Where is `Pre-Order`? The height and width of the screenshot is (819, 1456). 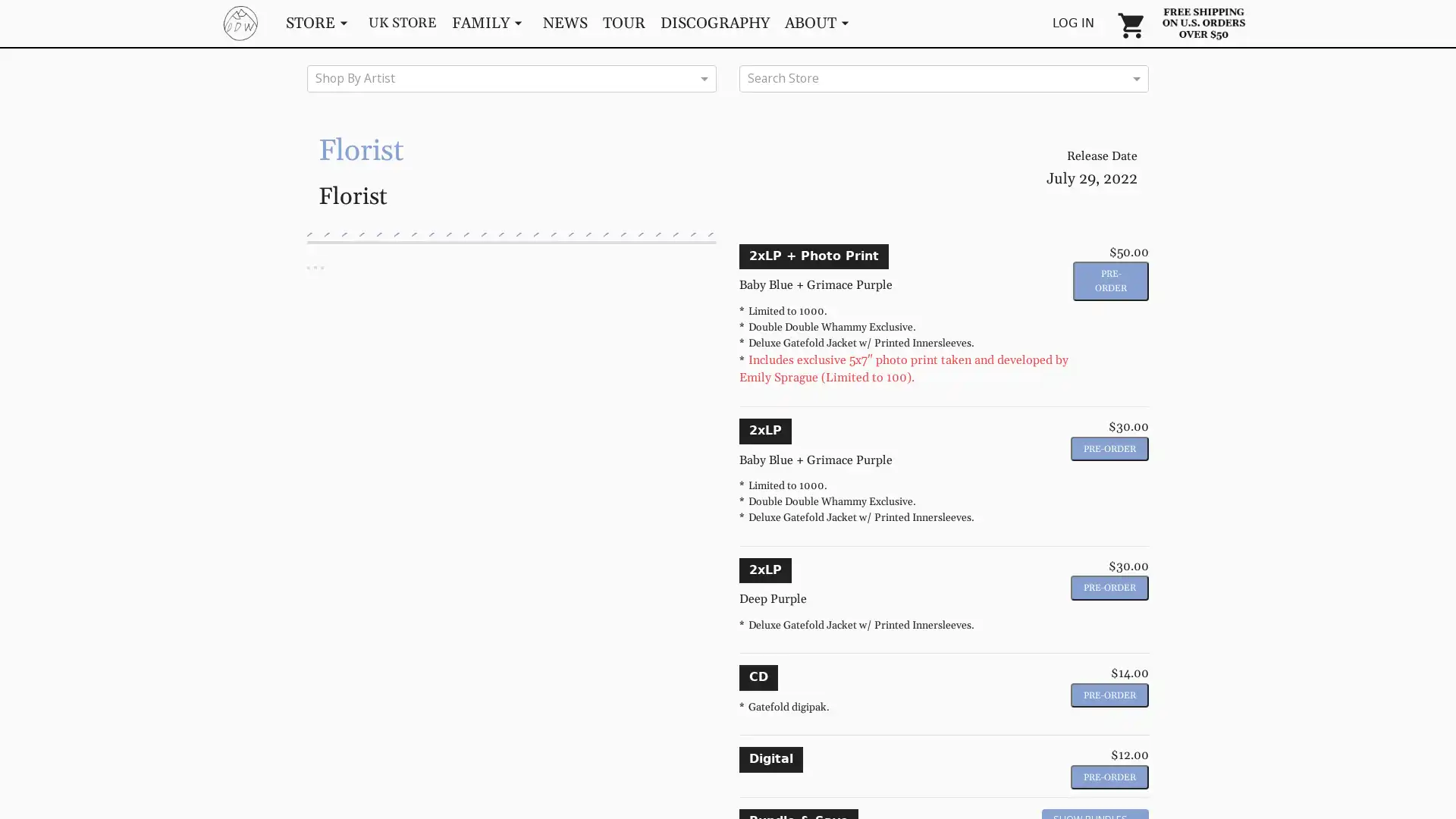
Pre-Order is located at coordinates (1109, 587).